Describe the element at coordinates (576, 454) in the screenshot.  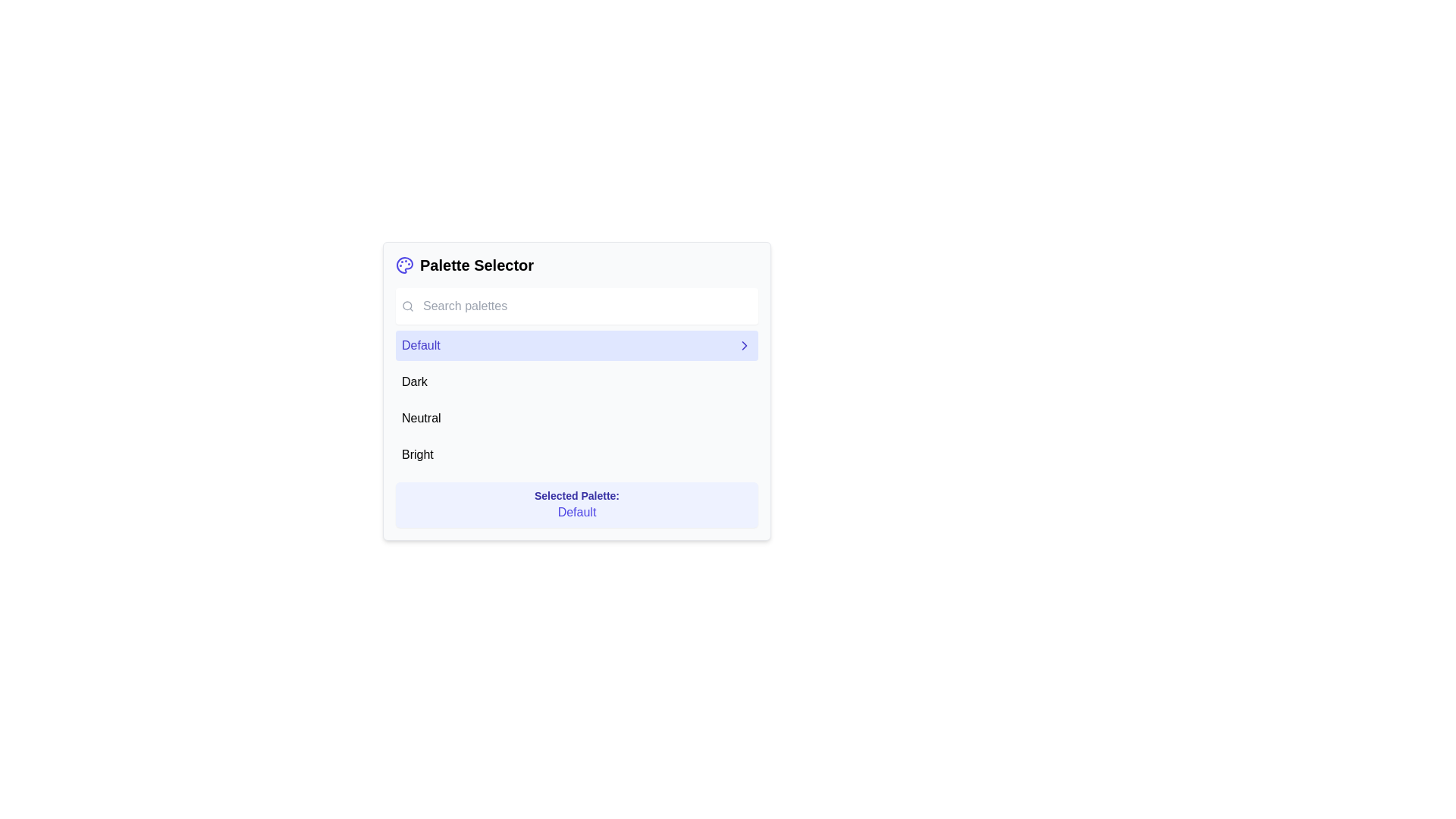
I see `the 'Bright' button, which is the last item in the vertical list under the 'Palette Selector' section` at that location.